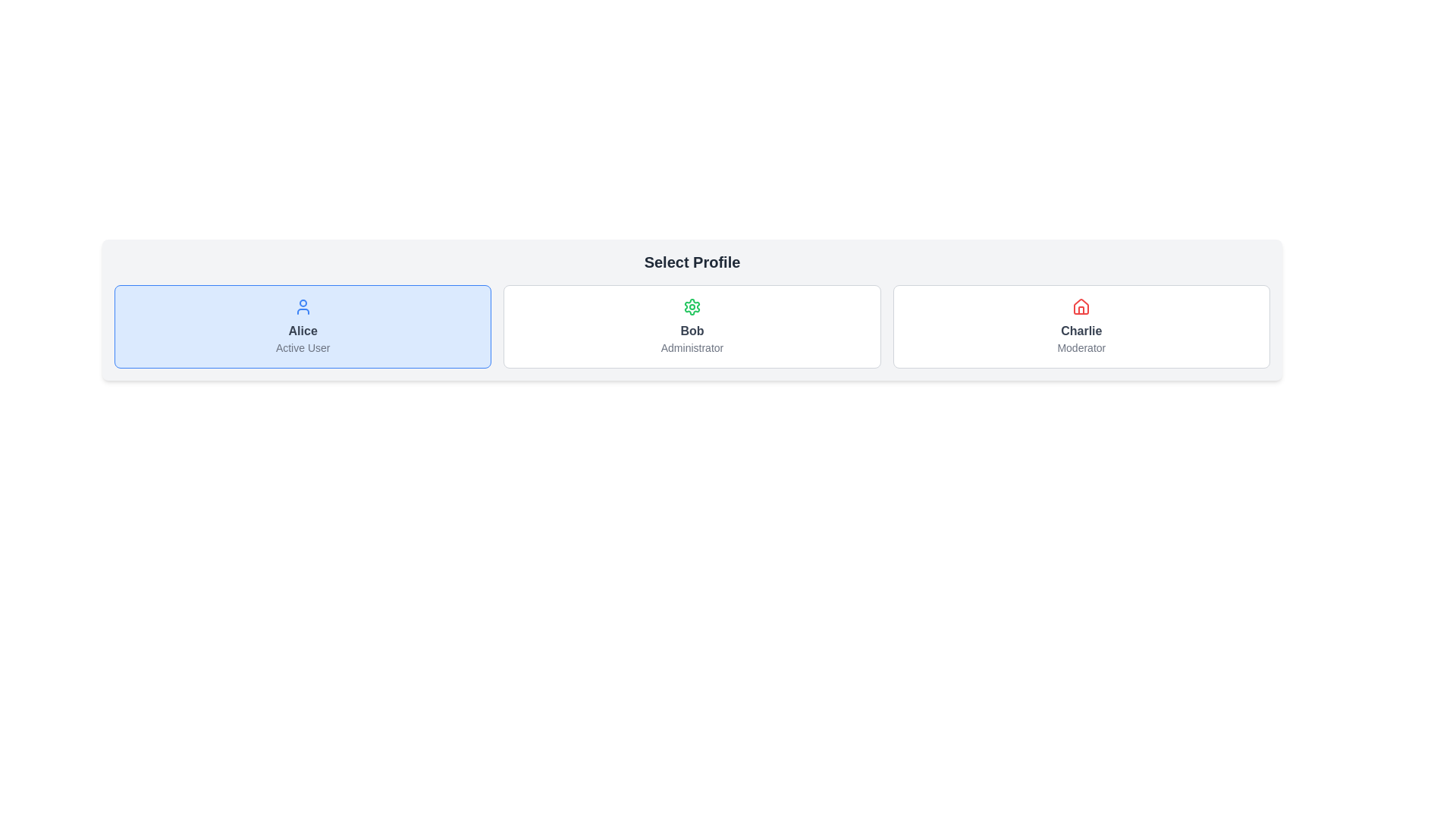  Describe the element at coordinates (303, 307) in the screenshot. I see `the user profile SVG icon located in the leftmost section of a row of profile cards, positioned above the labels 'Alice' and 'Active User'` at that location.